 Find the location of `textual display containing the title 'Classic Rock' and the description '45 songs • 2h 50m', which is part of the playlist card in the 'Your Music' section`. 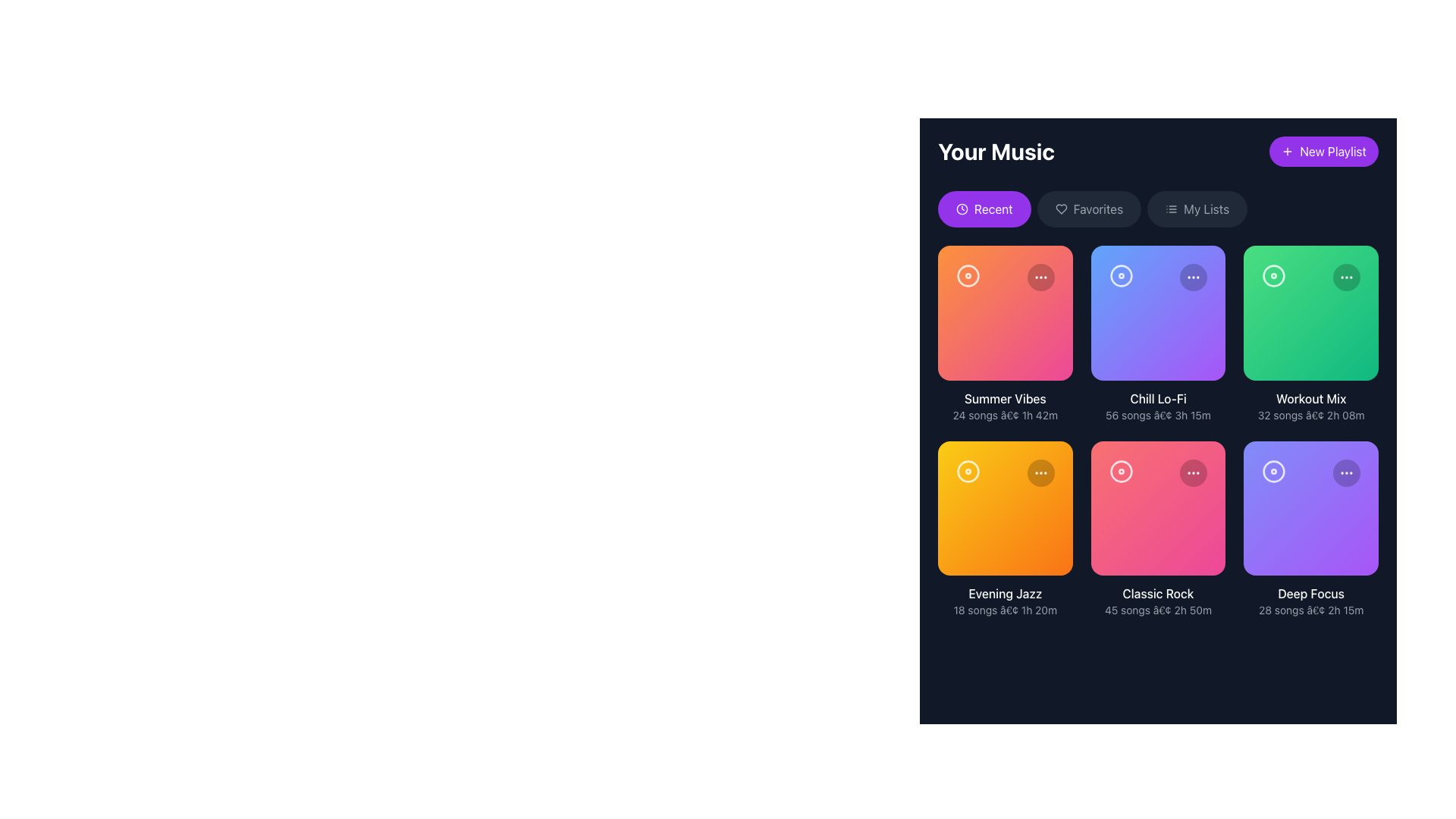

textual display containing the title 'Classic Rock' and the description '45 songs • 2h 50m', which is part of the playlist card in the 'Your Music' section is located at coordinates (1157, 601).